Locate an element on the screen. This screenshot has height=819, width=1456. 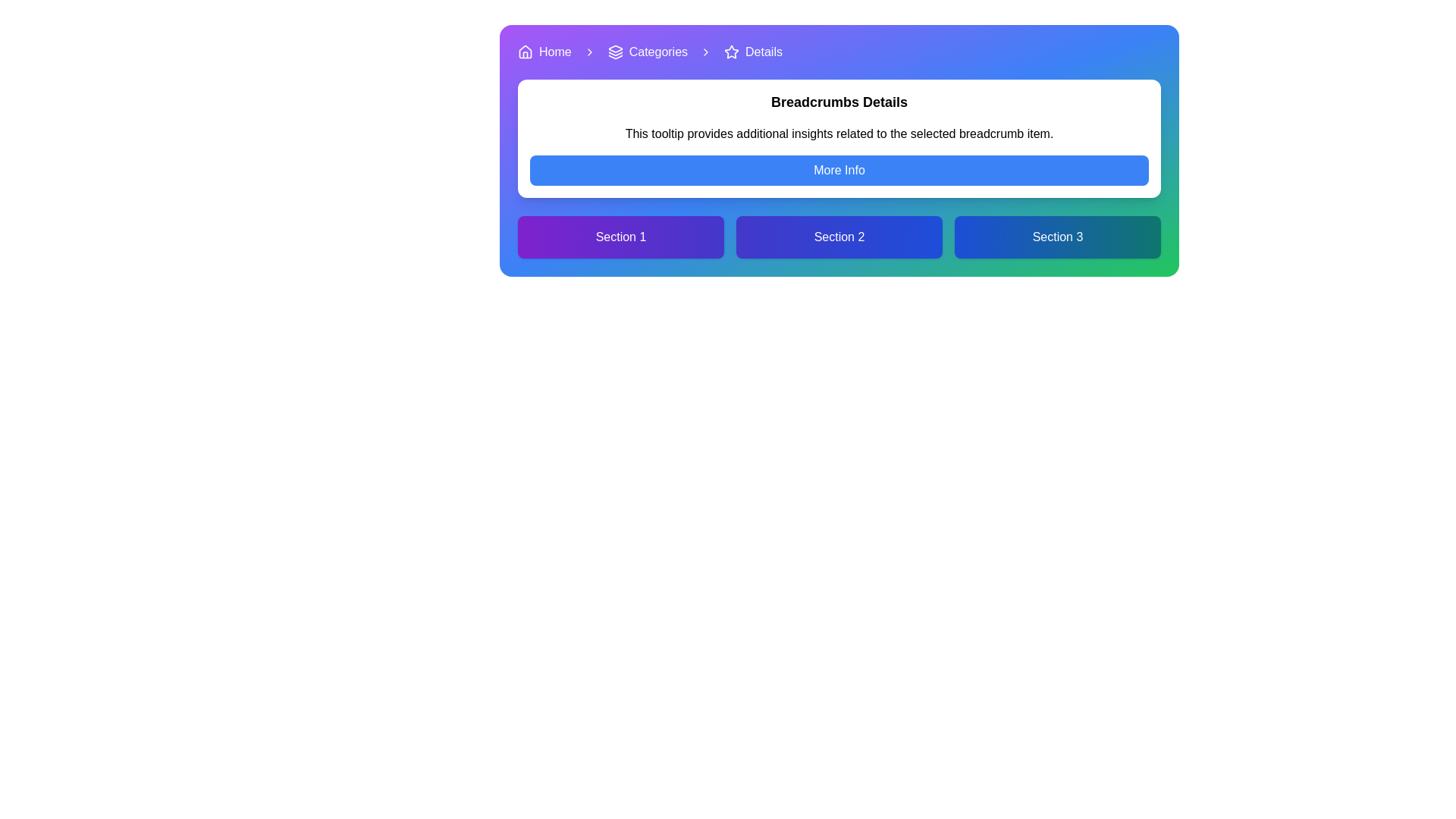
the breadcrumb item that represents the second navigational step between 'Home' and 'Details' is located at coordinates (648, 52).